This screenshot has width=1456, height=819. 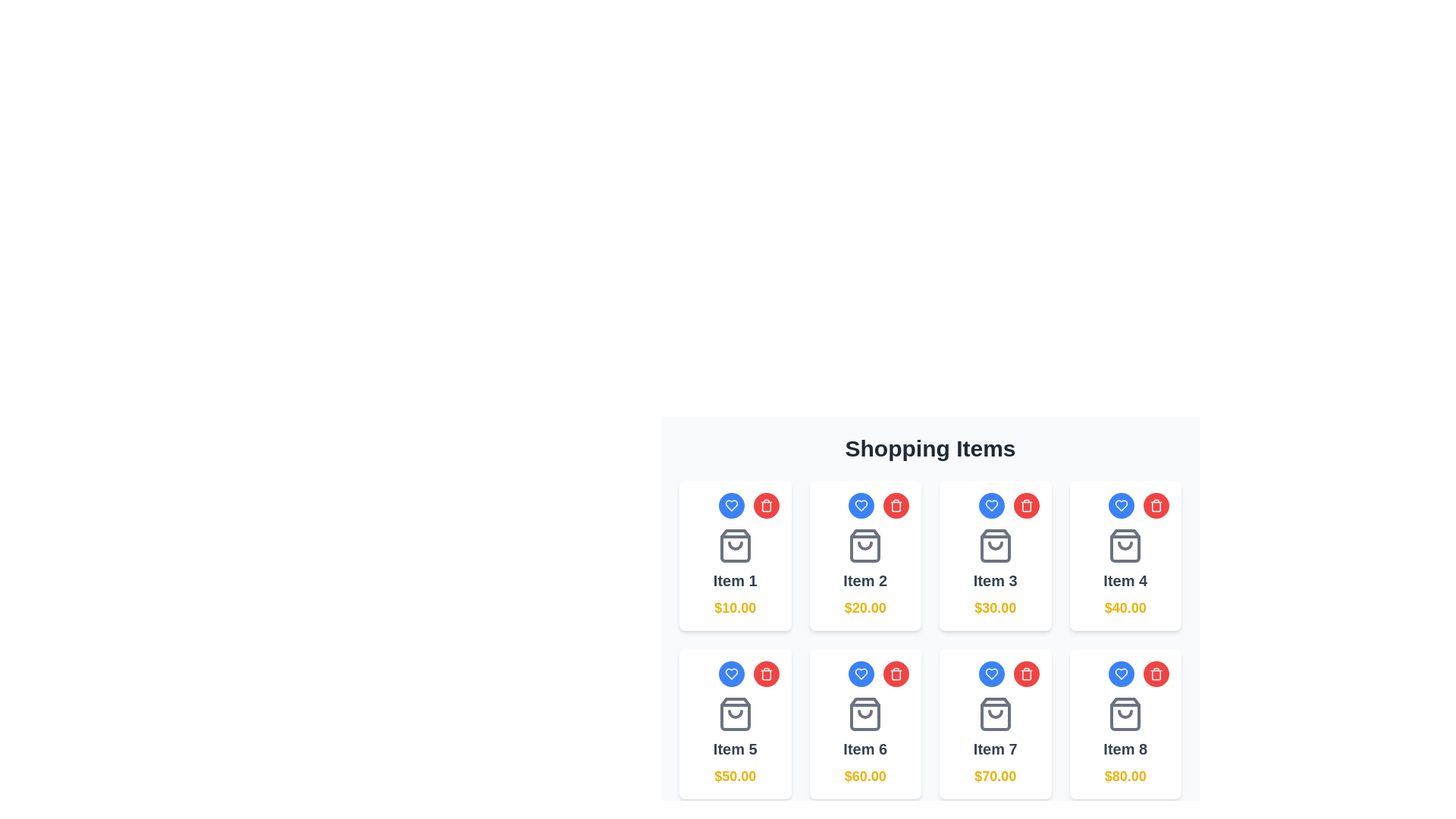 What do you see at coordinates (1125, 607) in the screenshot?
I see `the bold yellow price label displaying '$40.00' at the bottom of the 'Item 4' card` at bounding box center [1125, 607].